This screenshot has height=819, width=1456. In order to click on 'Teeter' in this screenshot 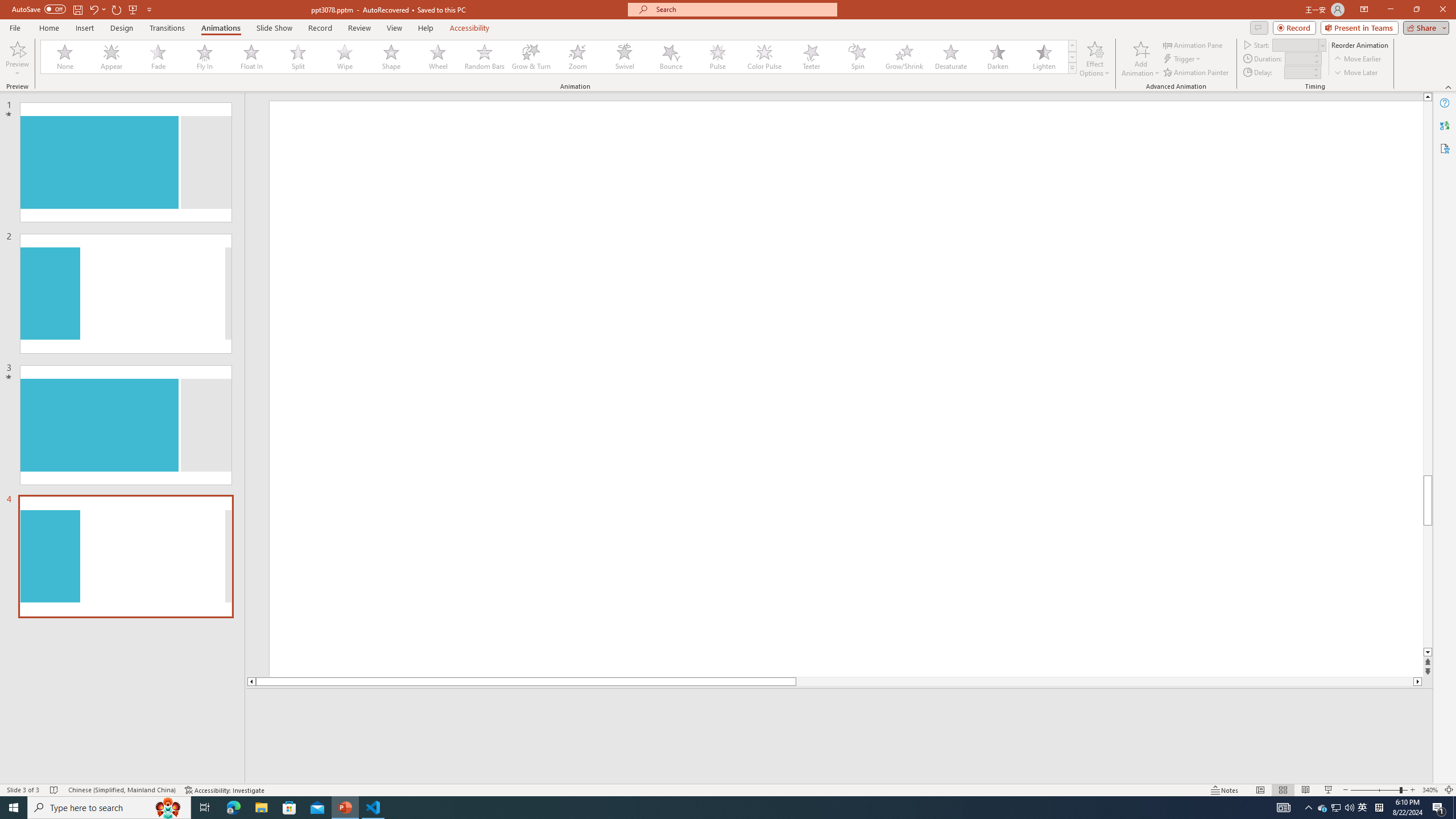, I will do `click(810, 56)`.